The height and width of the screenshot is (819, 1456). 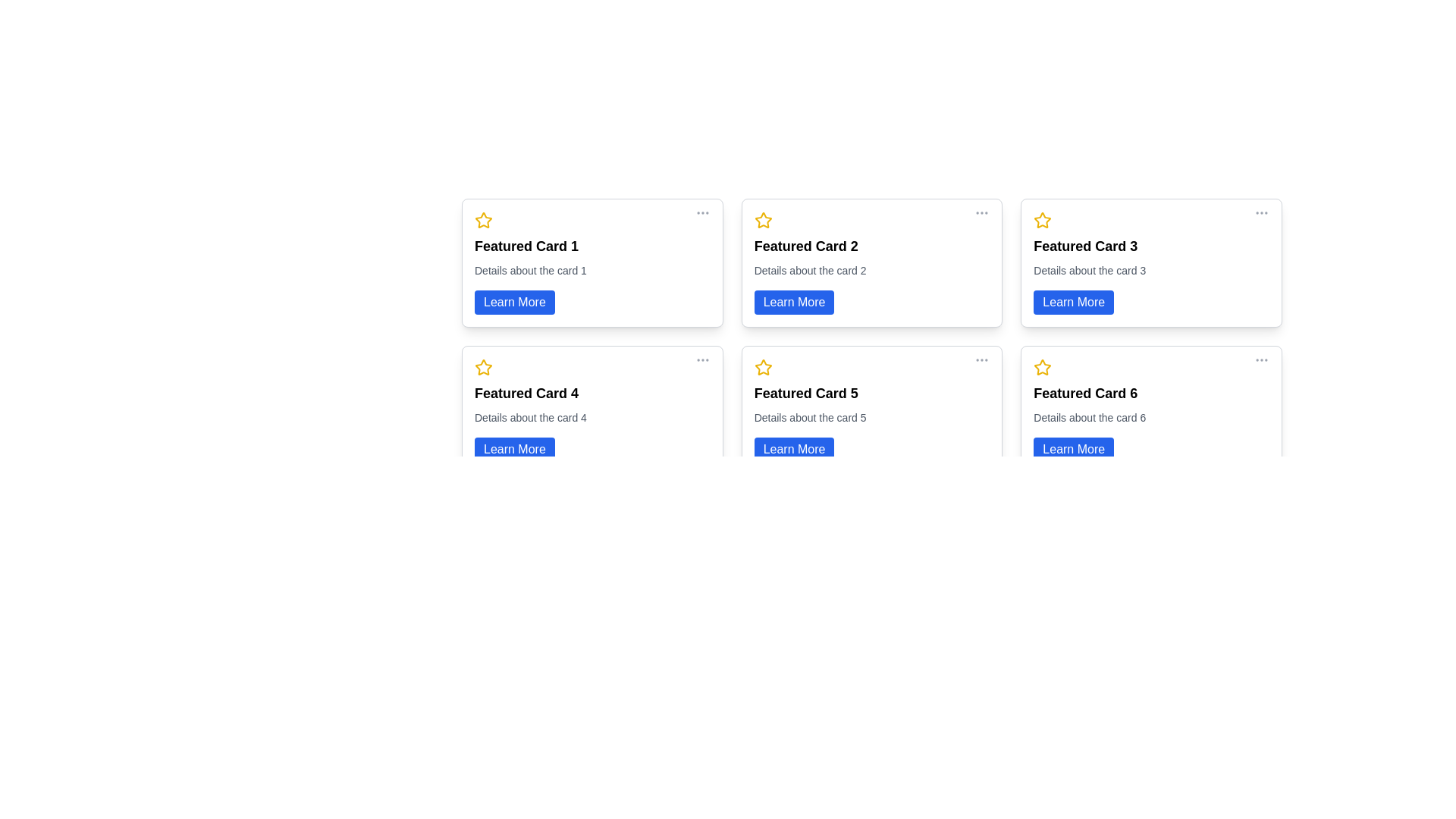 I want to click on information displayed in the Text block located beneath the title of 'Featured Card 3' and above the 'Learn More' button, so click(x=1089, y=270).